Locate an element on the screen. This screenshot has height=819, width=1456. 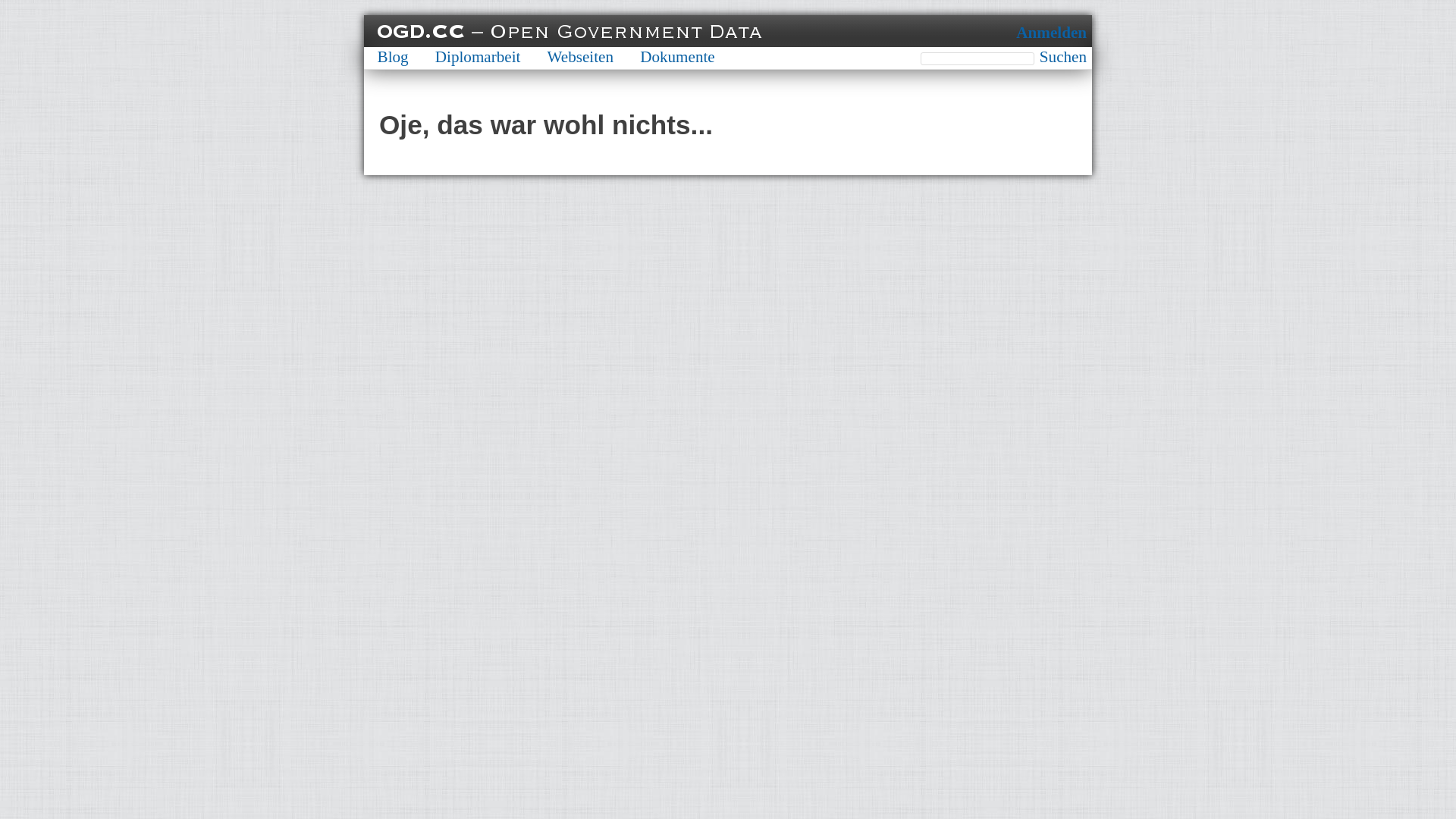
'Dokumente' is located at coordinates (676, 55).